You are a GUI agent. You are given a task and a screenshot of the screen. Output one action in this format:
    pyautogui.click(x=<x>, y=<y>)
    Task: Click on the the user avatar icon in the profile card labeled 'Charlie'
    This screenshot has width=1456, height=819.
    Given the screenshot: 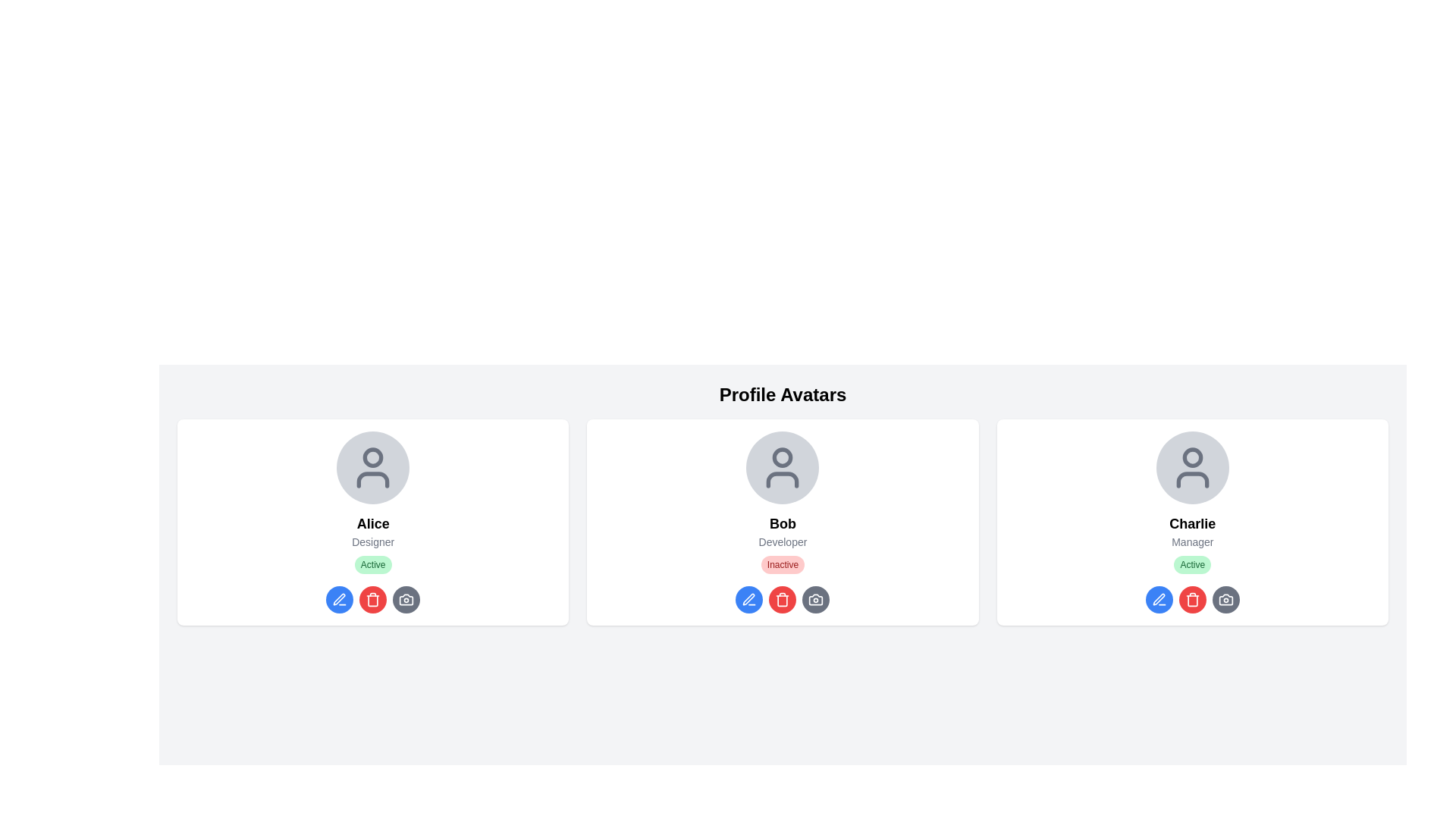 What is the action you would take?
    pyautogui.click(x=1191, y=467)
    